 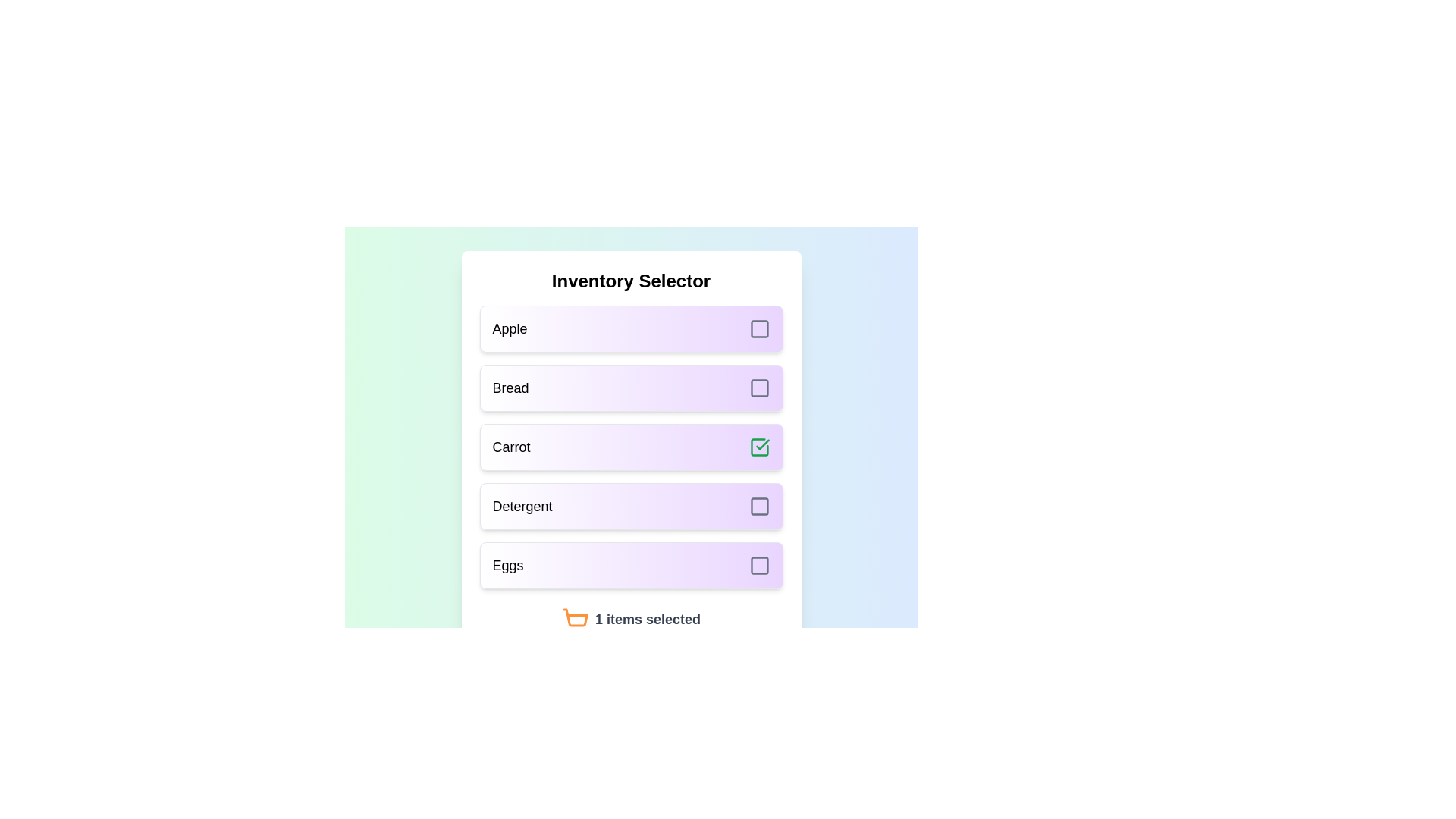 I want to click on the list item Apple, so click(x=631, y=328).